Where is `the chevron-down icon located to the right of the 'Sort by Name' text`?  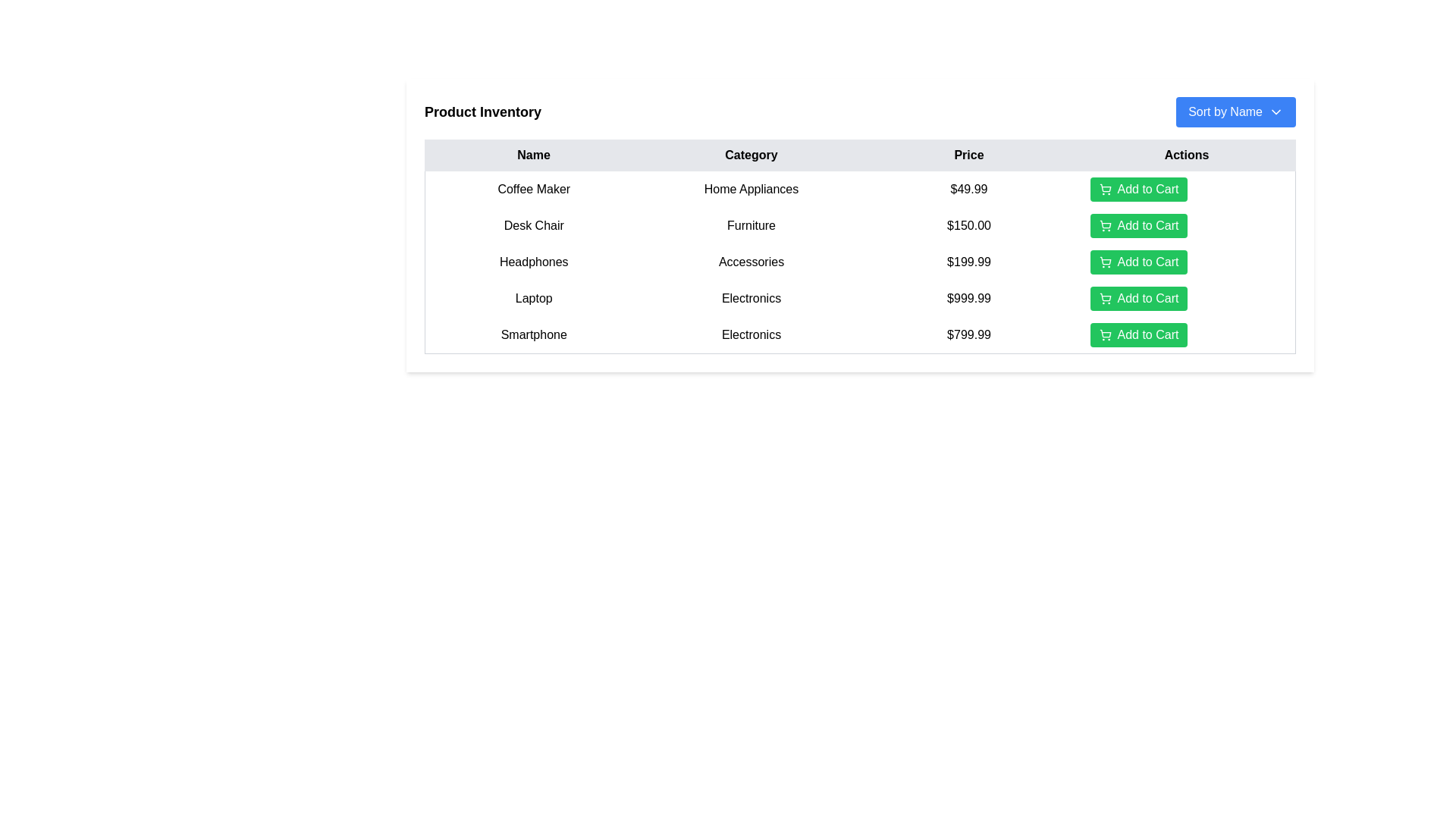
the chevron-down icon located to the right of the 'Sort by Name' text is located at coordinates (1276, 111).